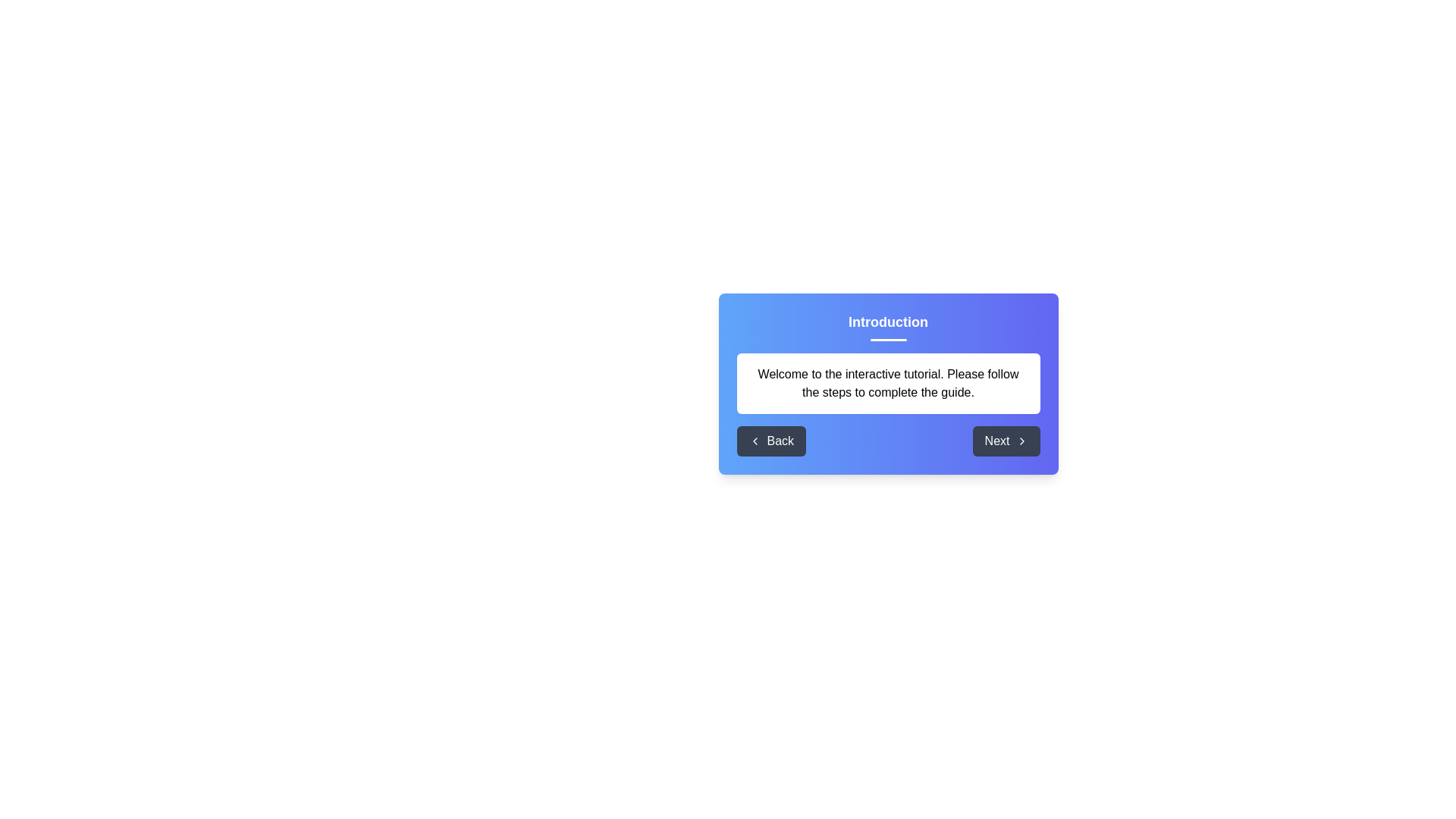 The width and height of the screenshot is (1456, 819). What do you see at coordinates (888, 321) in the screenshot?
I see `text content of the header element located at the top-center of the dialog box, which serves as the introductory title above a horizontal line` at bounding box center [888, 321].